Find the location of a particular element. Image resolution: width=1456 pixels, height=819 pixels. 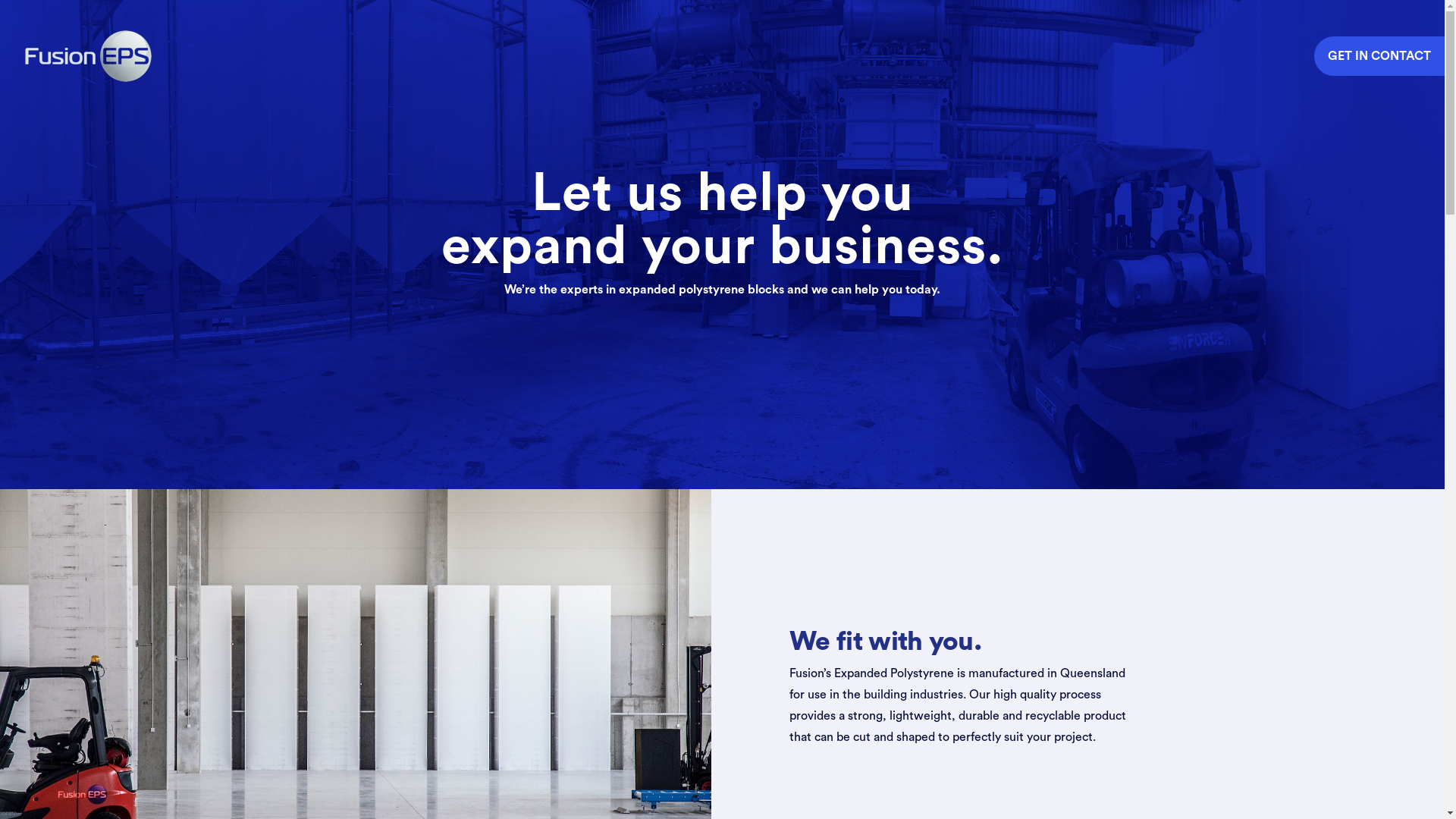

'GET IN CONTACT' is located at coordinates (1379, 55).